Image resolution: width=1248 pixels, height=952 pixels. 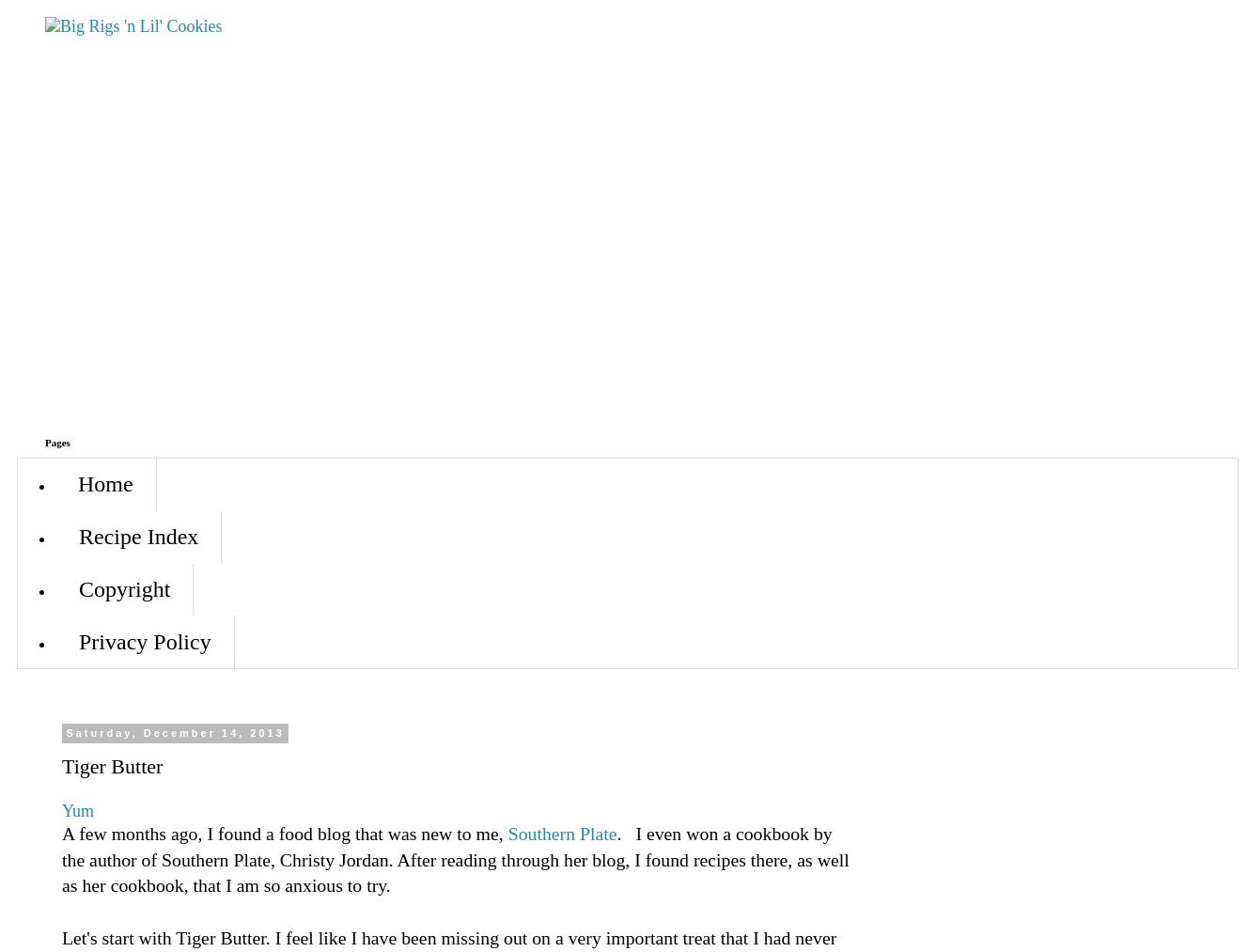 What do you see at coordinates (78, 809) in the screenshot?
I see `'Yum'` at bounding box center [78, 809].